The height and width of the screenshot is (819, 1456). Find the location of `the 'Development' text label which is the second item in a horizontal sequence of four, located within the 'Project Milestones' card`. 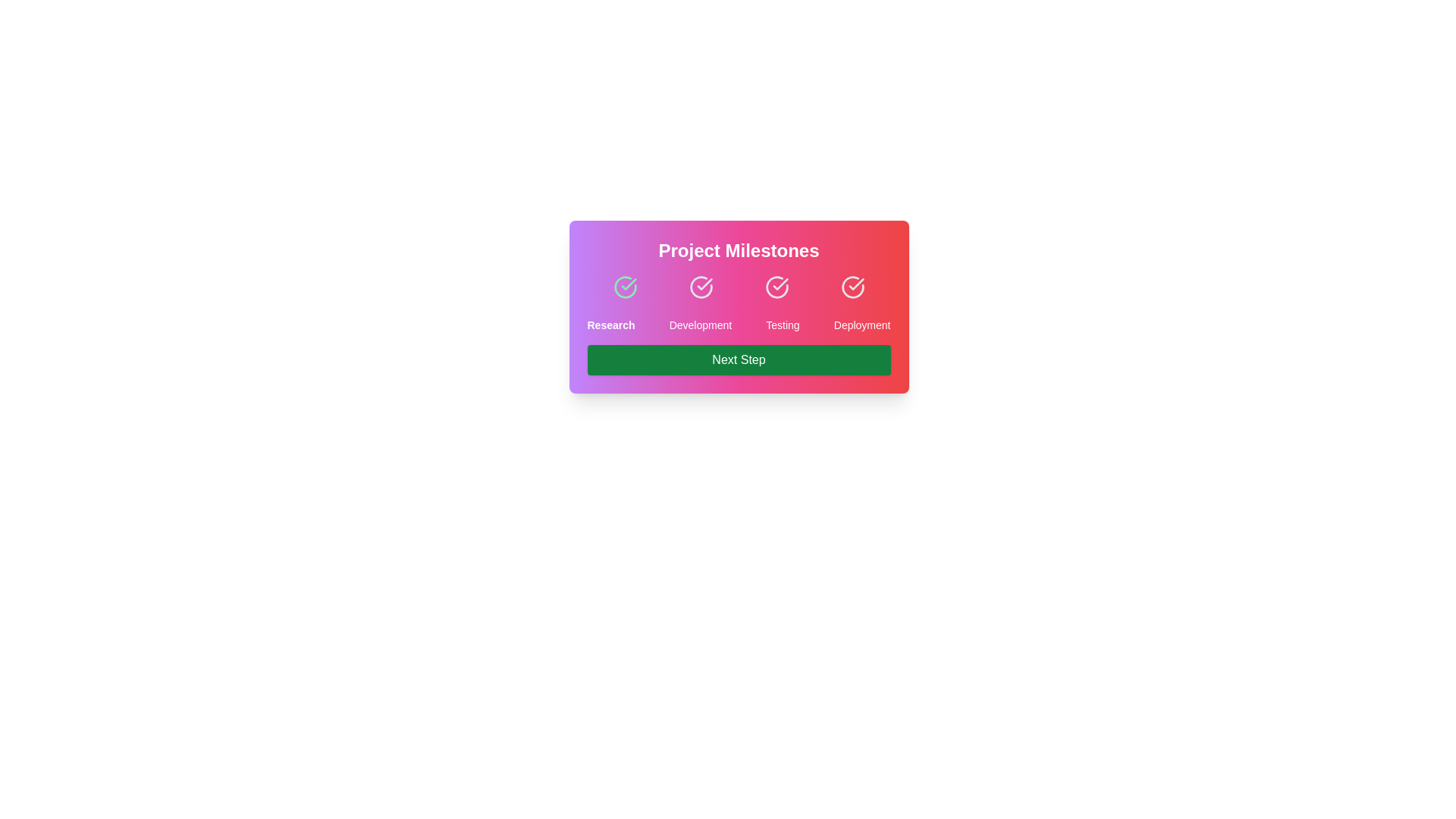

the 'Development' text label which is the second item in a horizontal sequence of four, located within the 'Project Milestones' card is located at coordinates (699, 324).